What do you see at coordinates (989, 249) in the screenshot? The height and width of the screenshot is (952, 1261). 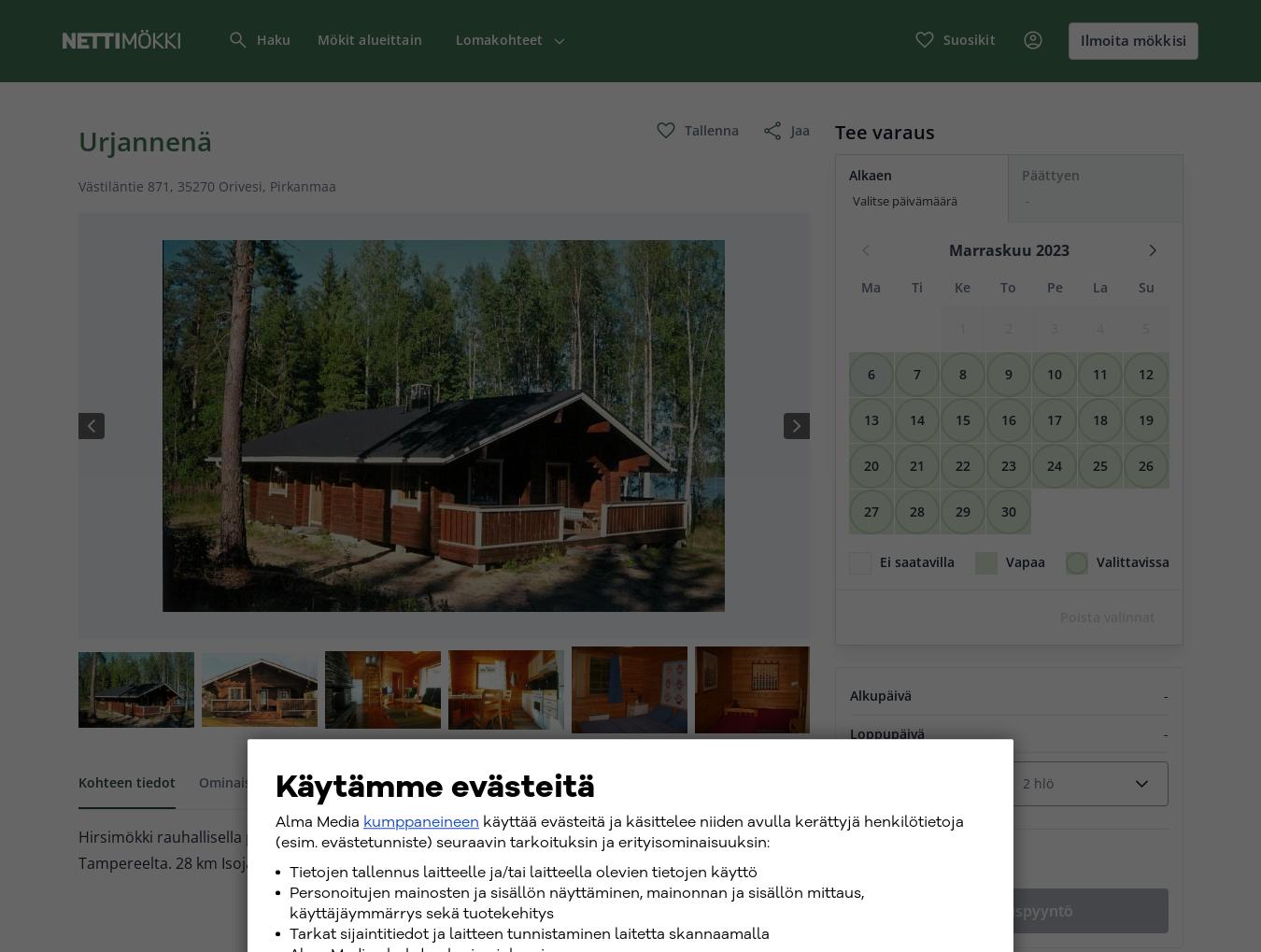 I see `'Marraskuu'` at bounding box center [989, 249].